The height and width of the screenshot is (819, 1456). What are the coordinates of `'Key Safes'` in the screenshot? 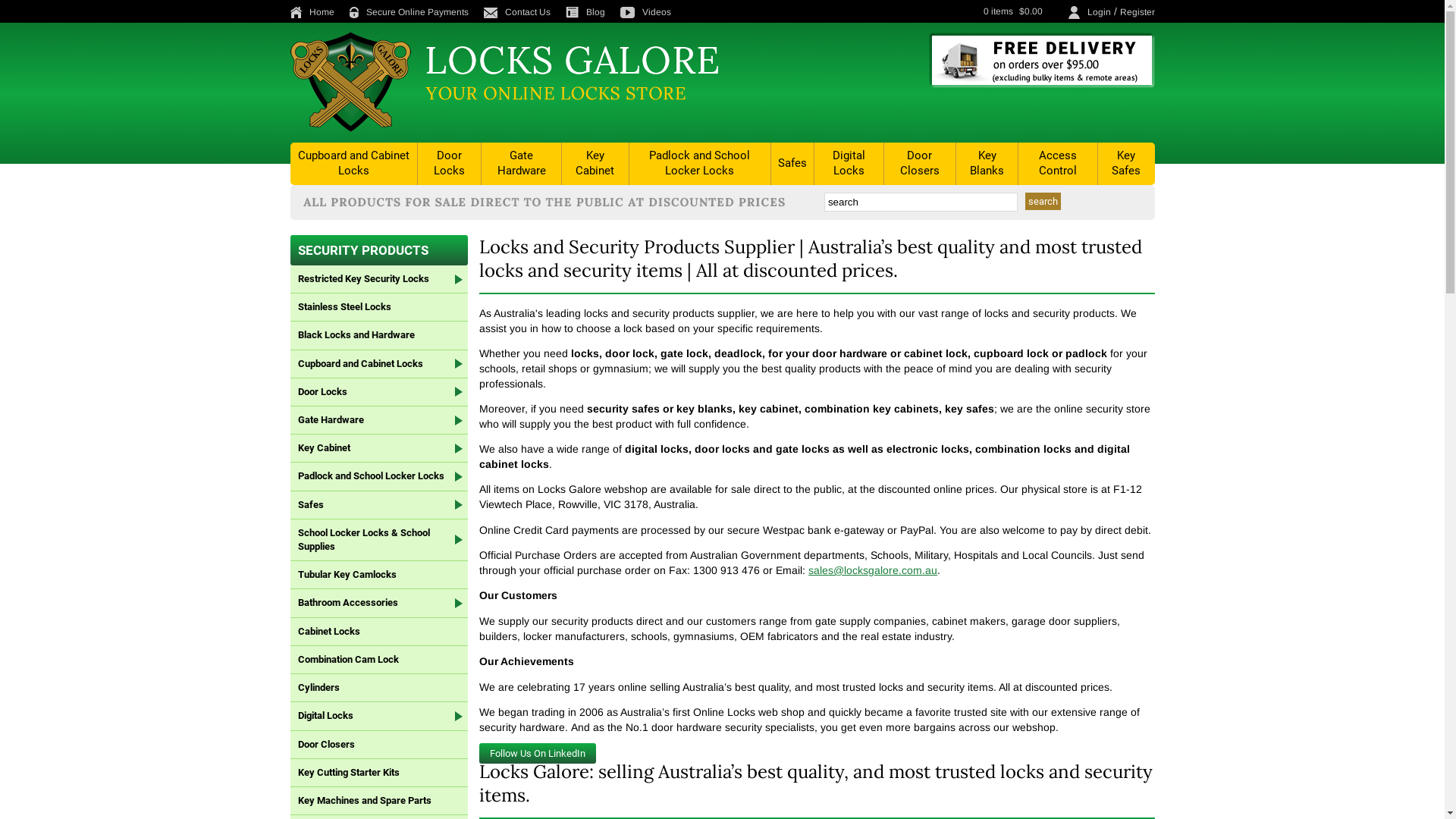 It's located at (1098, 163).